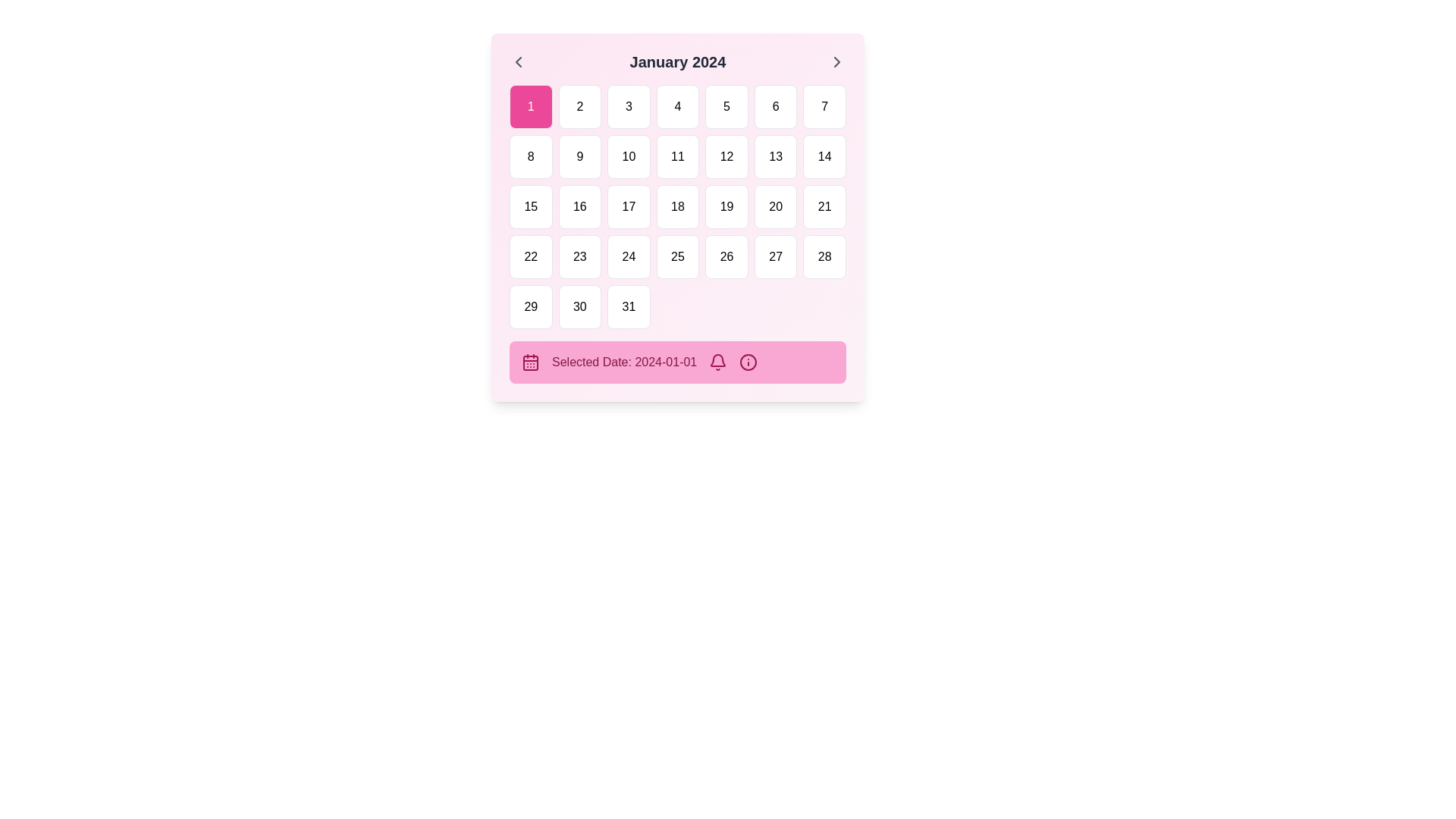  Describe the element at coordinates (629, 106) in the screenshot. I see `the date selector button located in the first row and third column of the pink-themed calendar interface` at that location.